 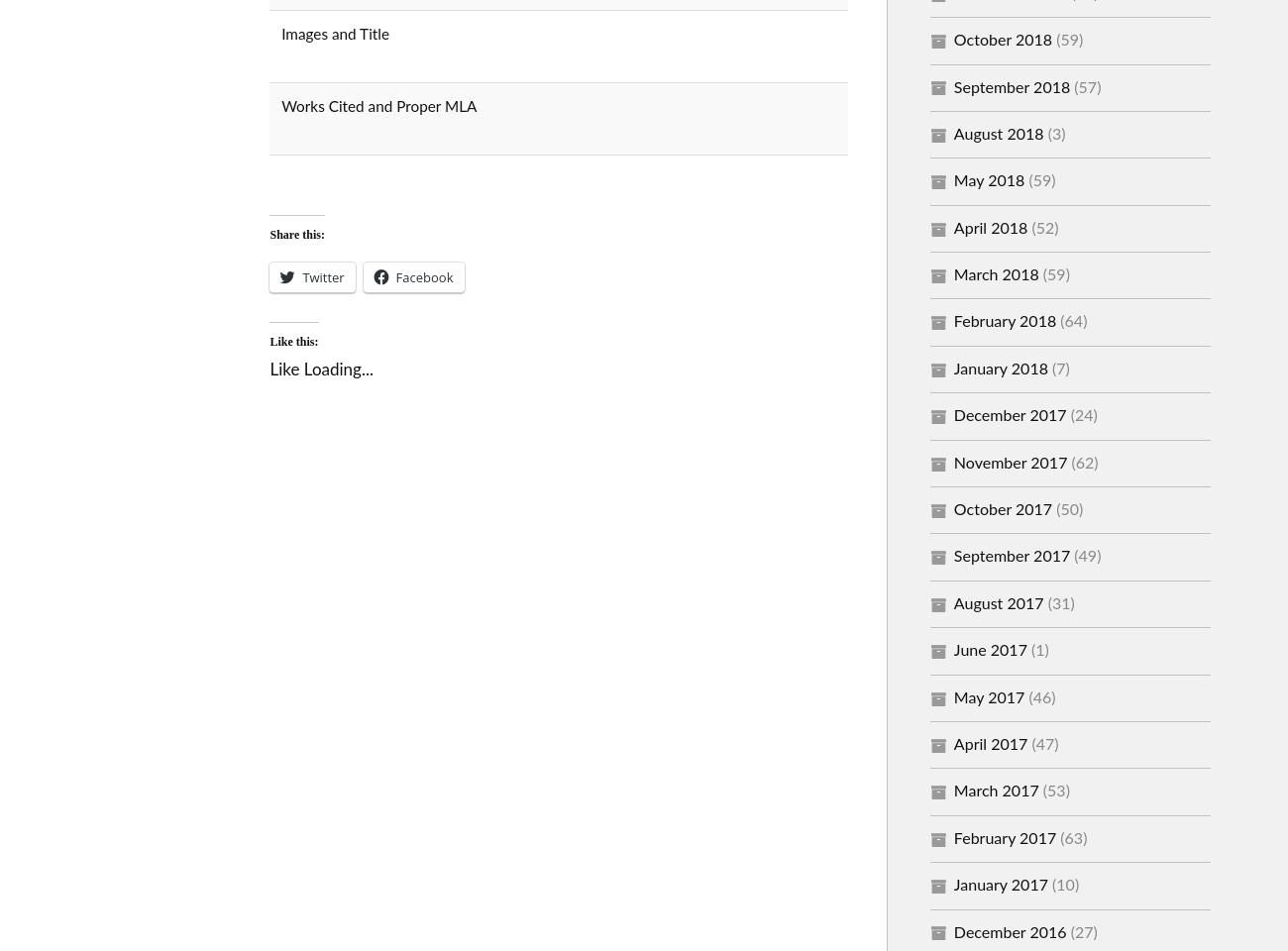 I want to click on 'September 2018', so click(x=1011, y=87).